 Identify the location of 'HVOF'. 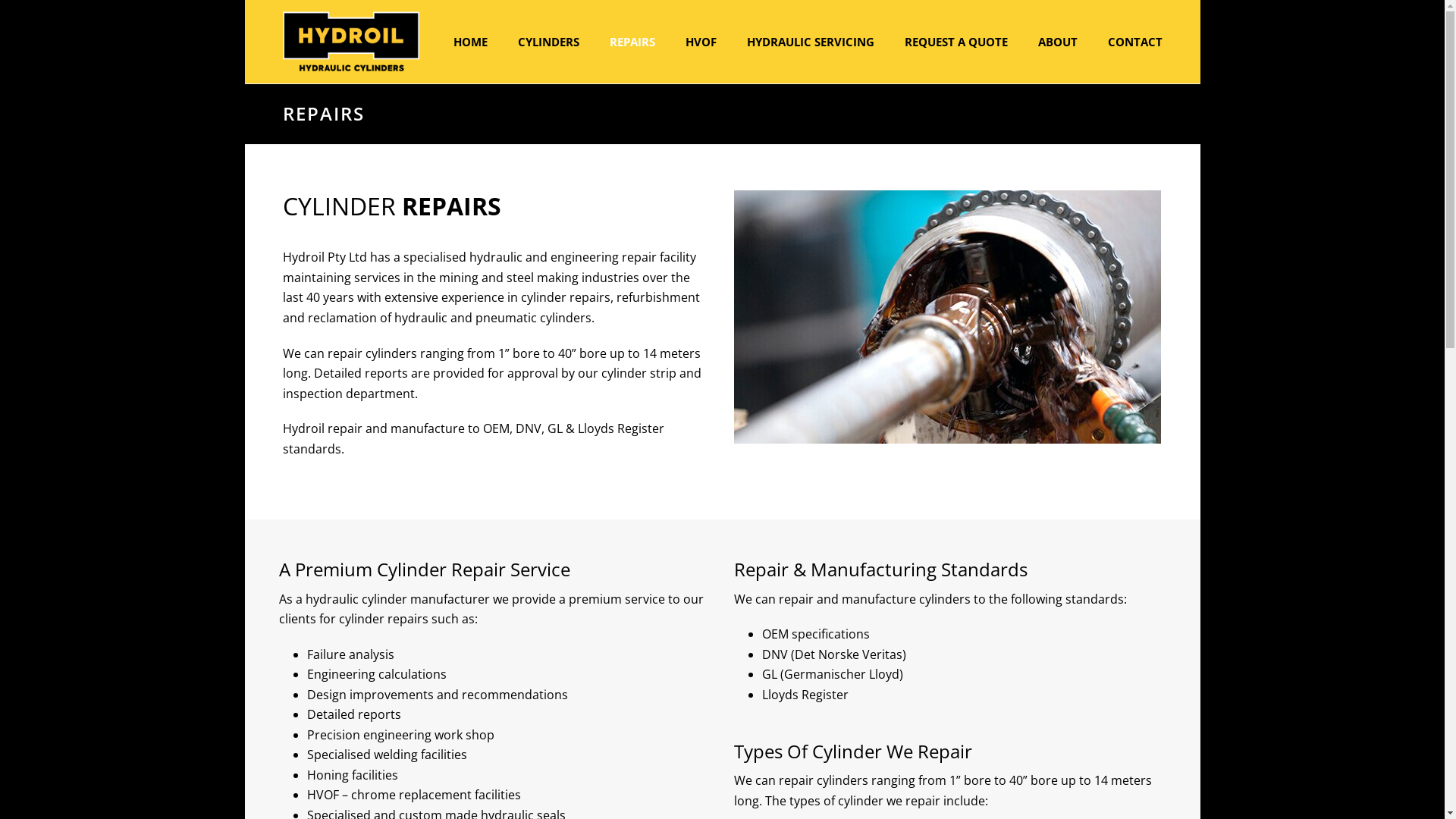
(700, 40).